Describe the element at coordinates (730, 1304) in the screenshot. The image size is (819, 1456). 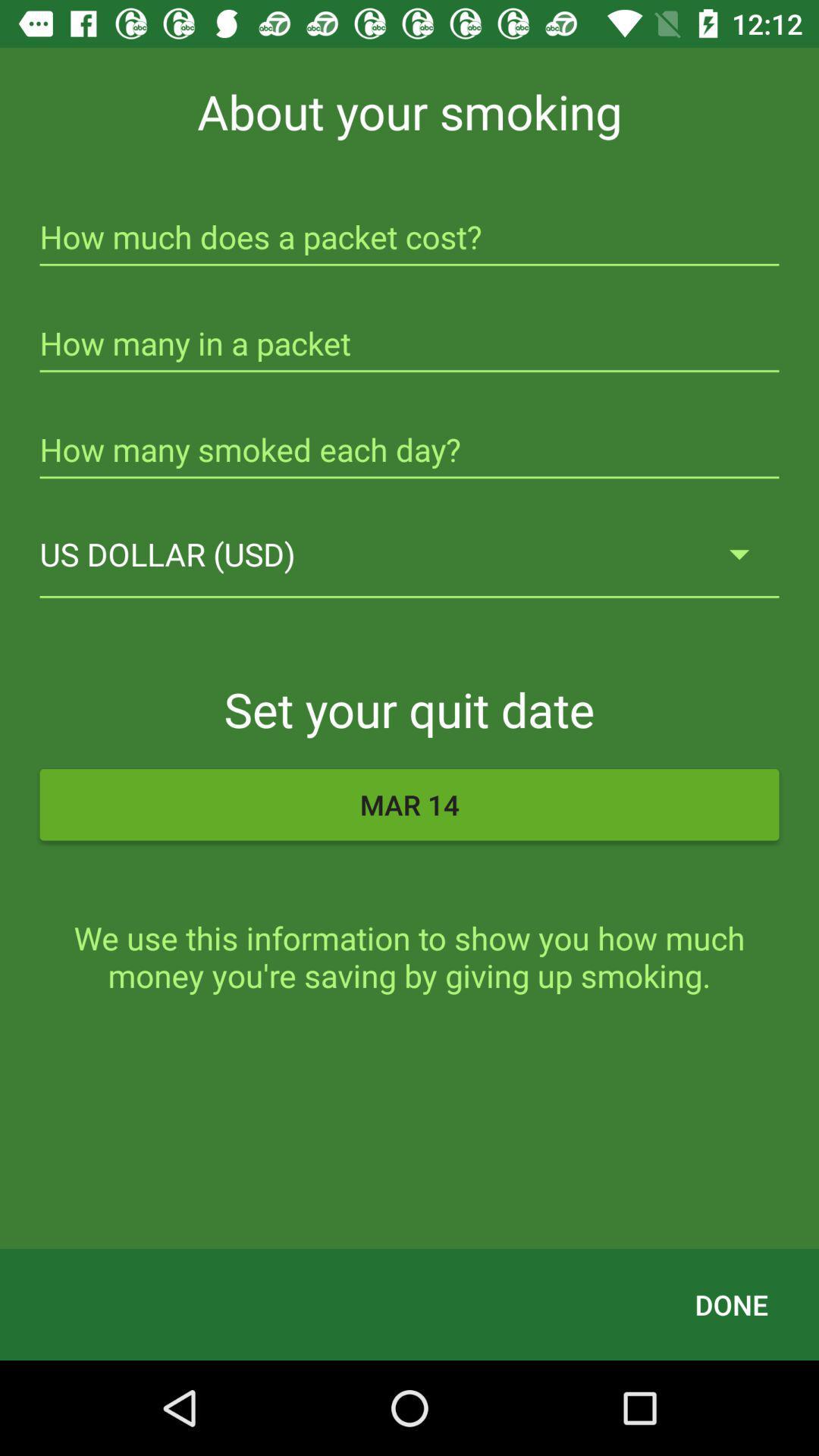
I see `done` at that location.